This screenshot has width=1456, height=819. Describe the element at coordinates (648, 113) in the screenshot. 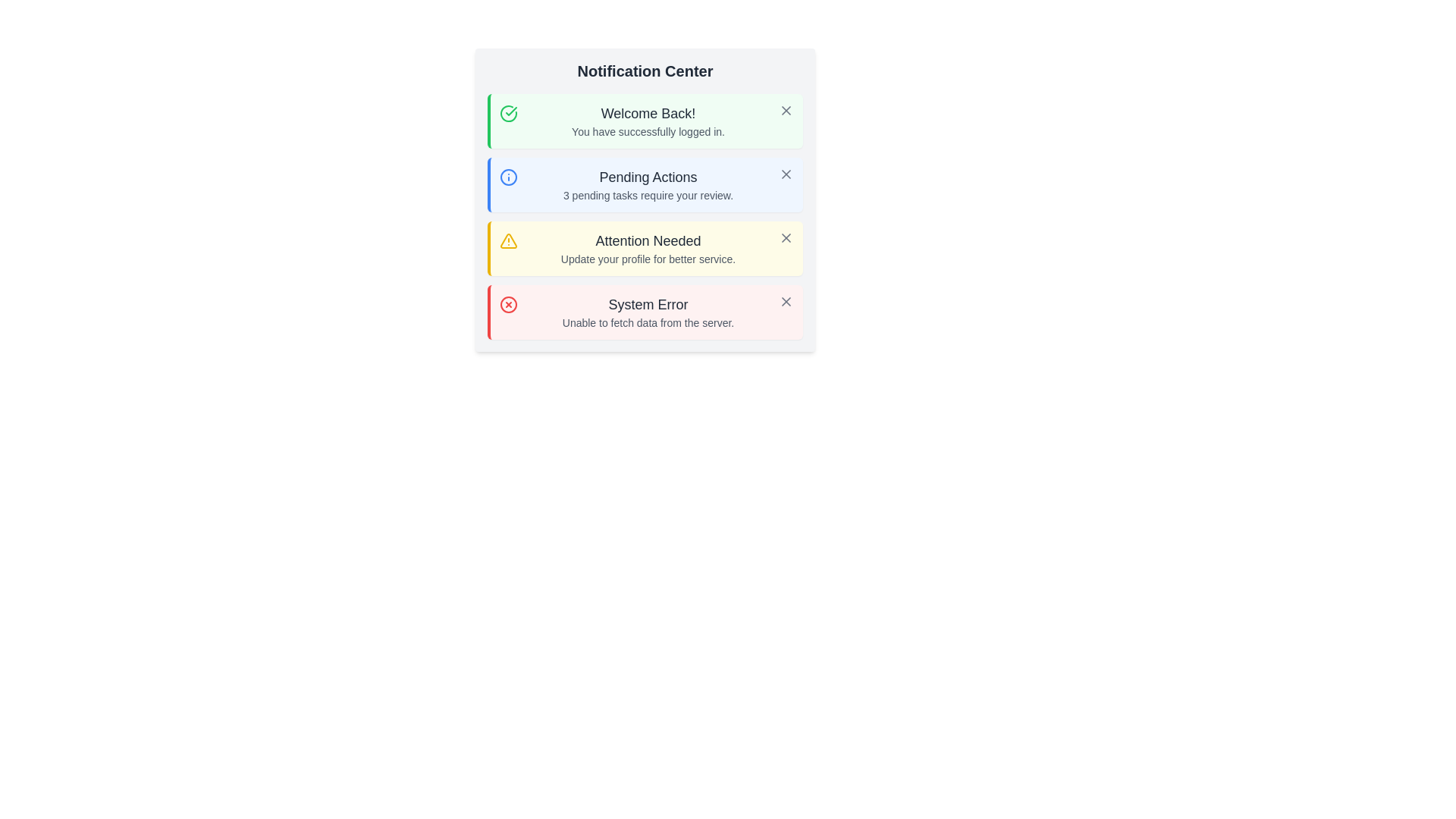

I see `the Text Label that displays 'Welcome Back!' which is styled in medium-weight font and dark gray color, located at the top of a notification card` at that location.